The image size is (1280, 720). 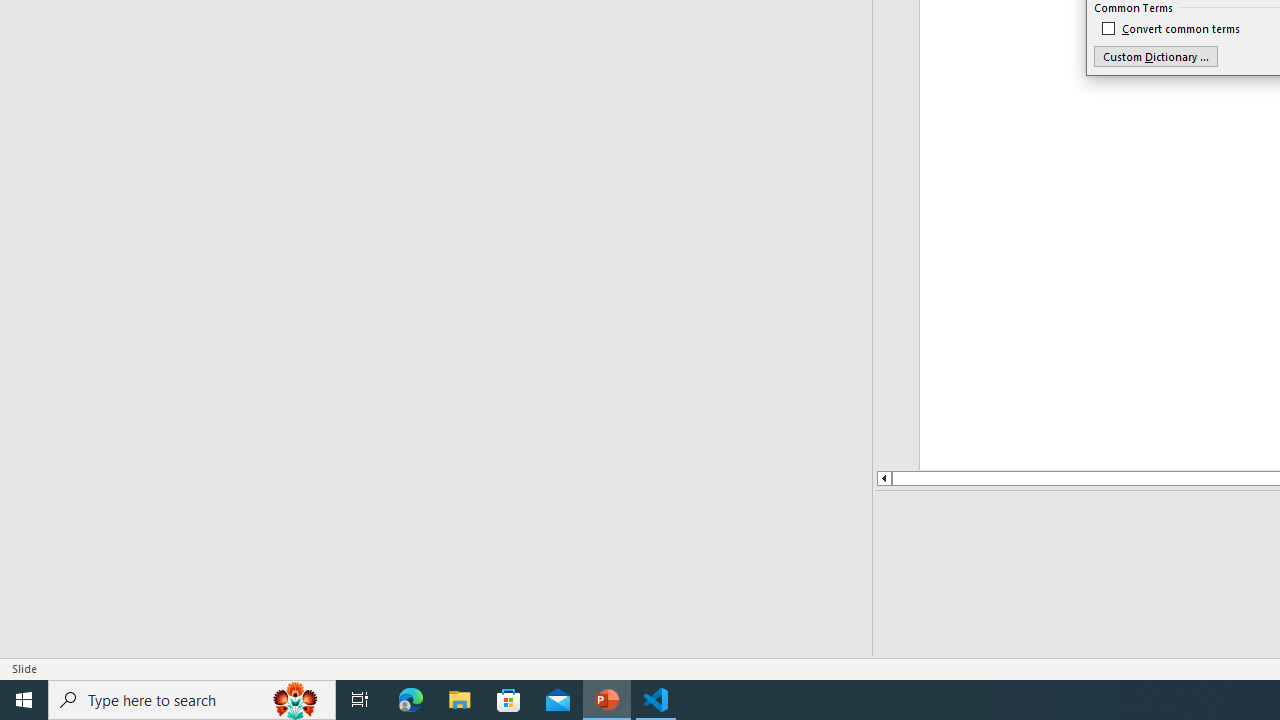 I want to click on 'Microsoft Edge', so click(x=410, y=698).